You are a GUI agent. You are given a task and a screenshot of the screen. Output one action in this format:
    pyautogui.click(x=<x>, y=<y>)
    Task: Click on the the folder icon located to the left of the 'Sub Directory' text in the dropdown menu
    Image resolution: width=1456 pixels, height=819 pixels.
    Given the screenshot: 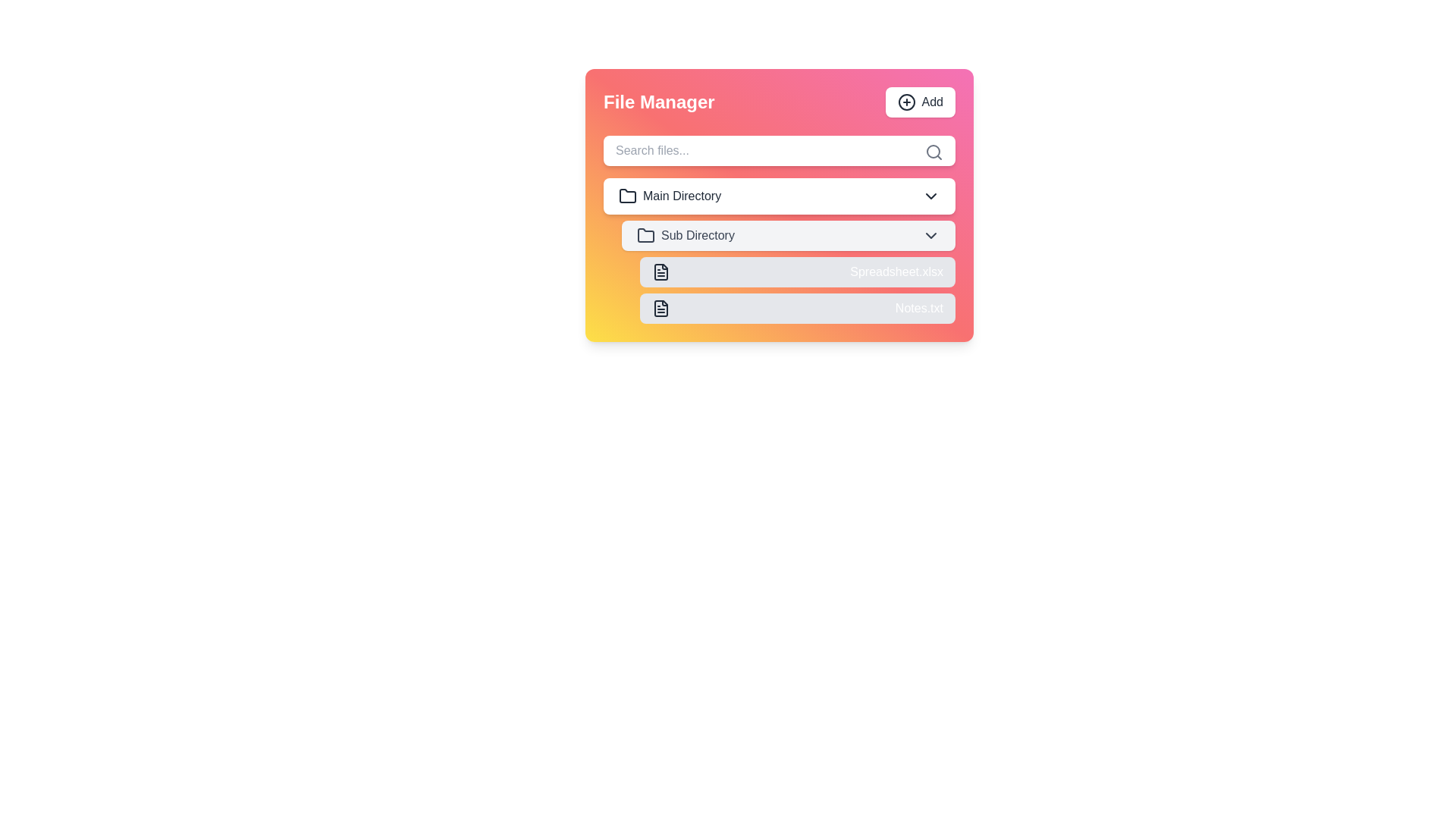 What is the action you would take?
    pyautogui.click(x=645, y=235)
    